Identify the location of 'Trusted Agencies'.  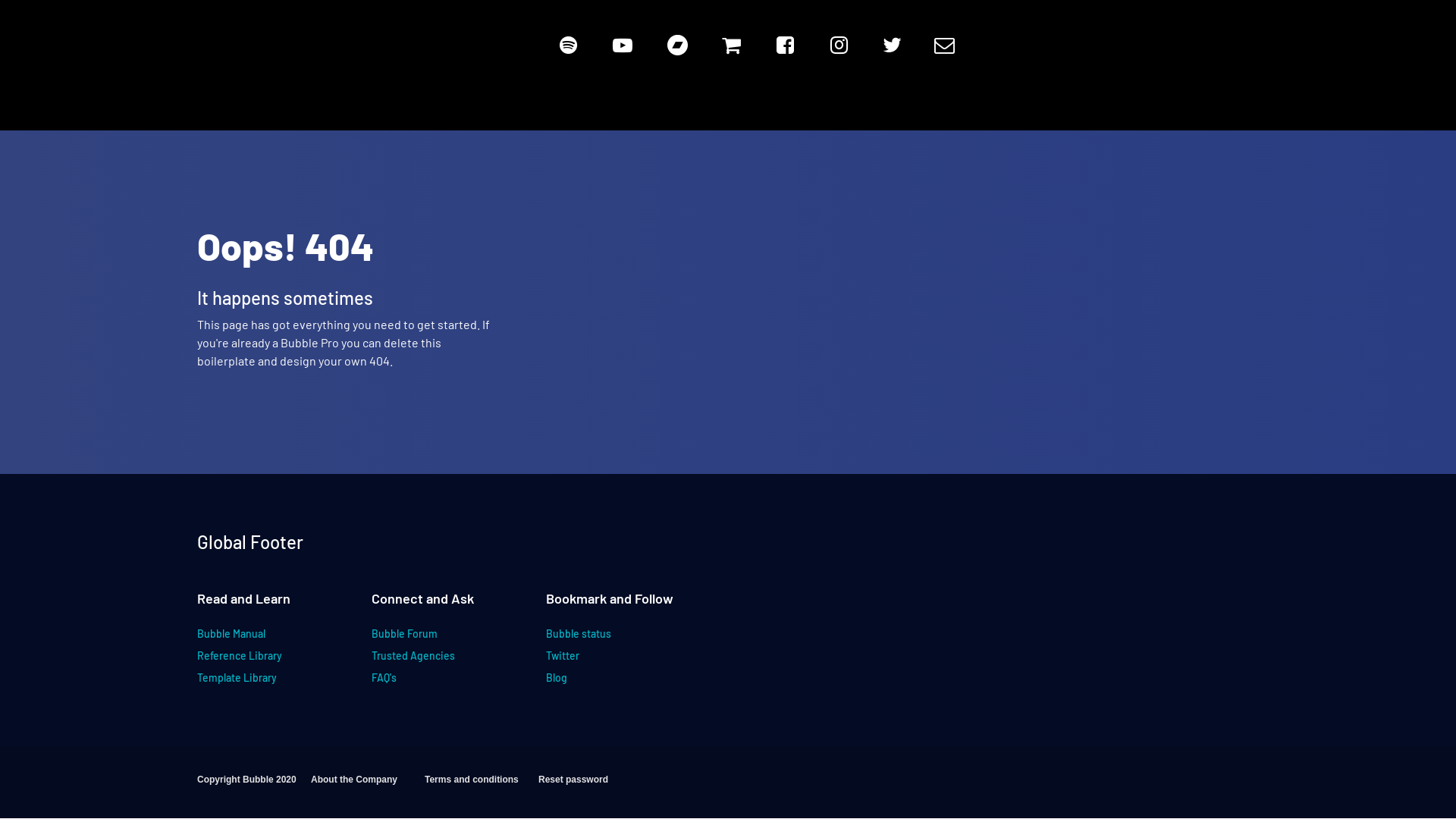
(371, 661).